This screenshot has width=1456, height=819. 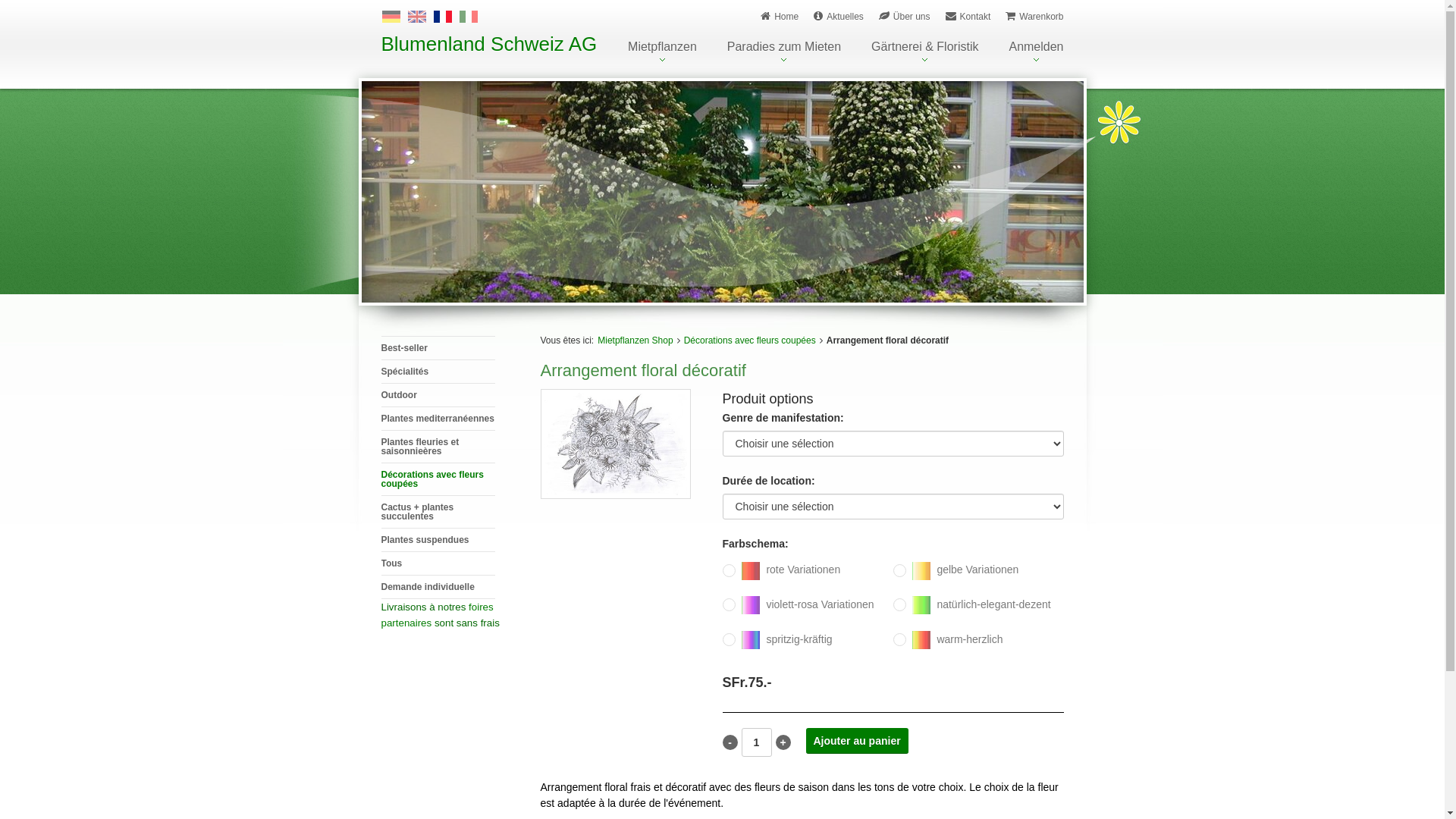 I want to click on 'Mietpflanzen', so click(x=662, y=51).